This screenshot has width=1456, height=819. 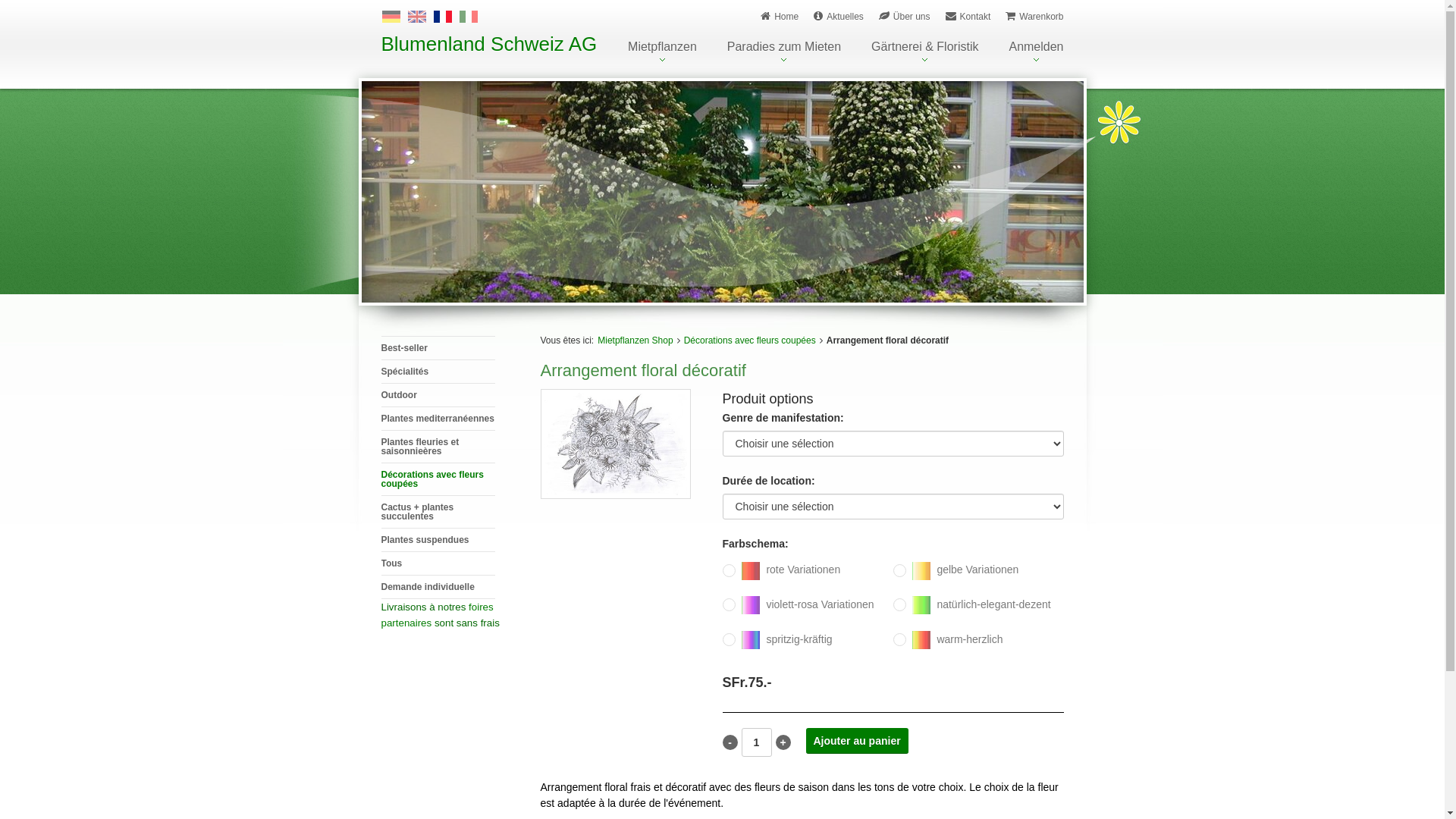 I want to click on 'Mietpflanzen', so click(x=662, y=51).